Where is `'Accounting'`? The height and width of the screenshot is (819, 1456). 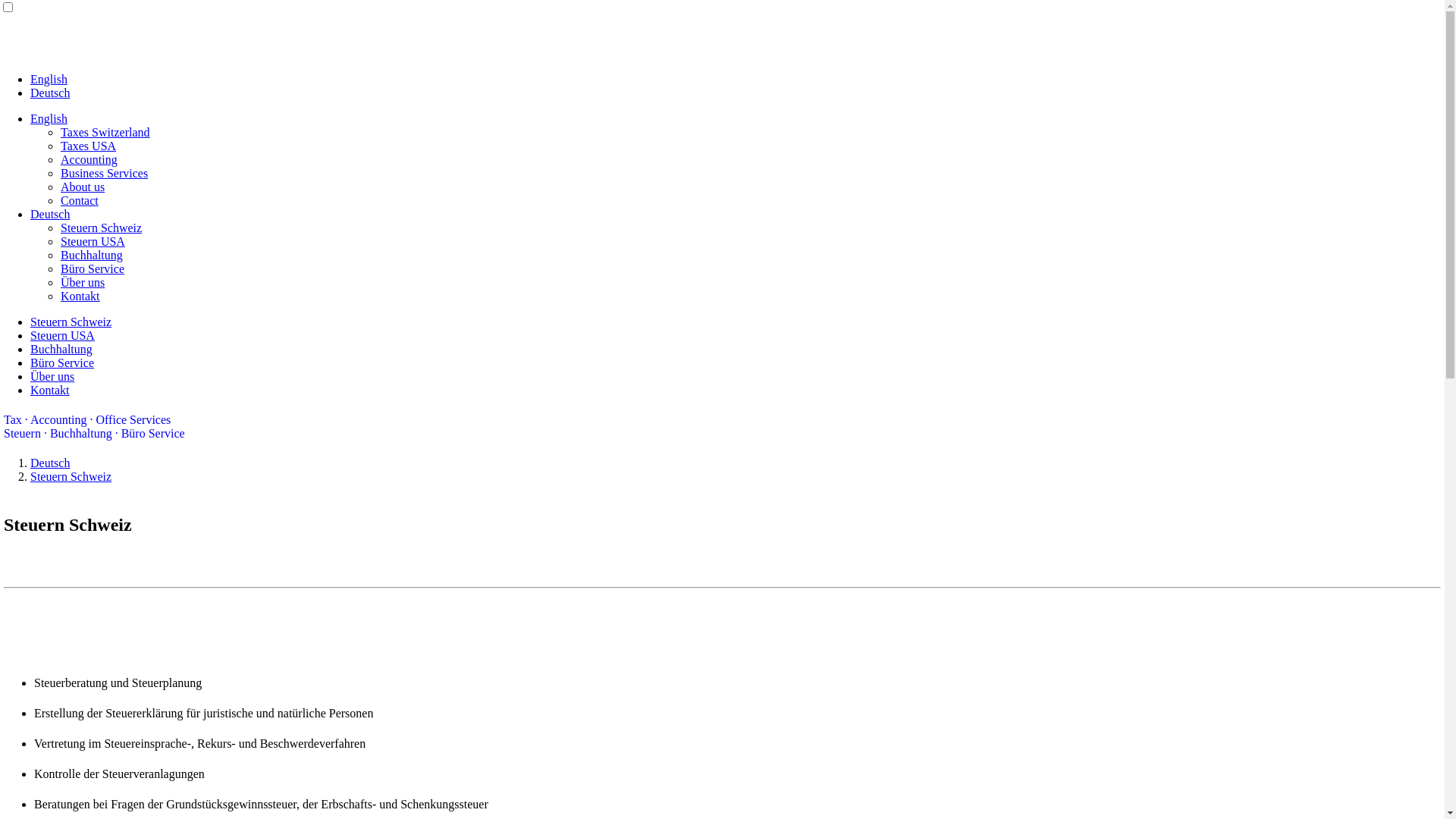 'Accounting' is located at coordinates (88, 159).